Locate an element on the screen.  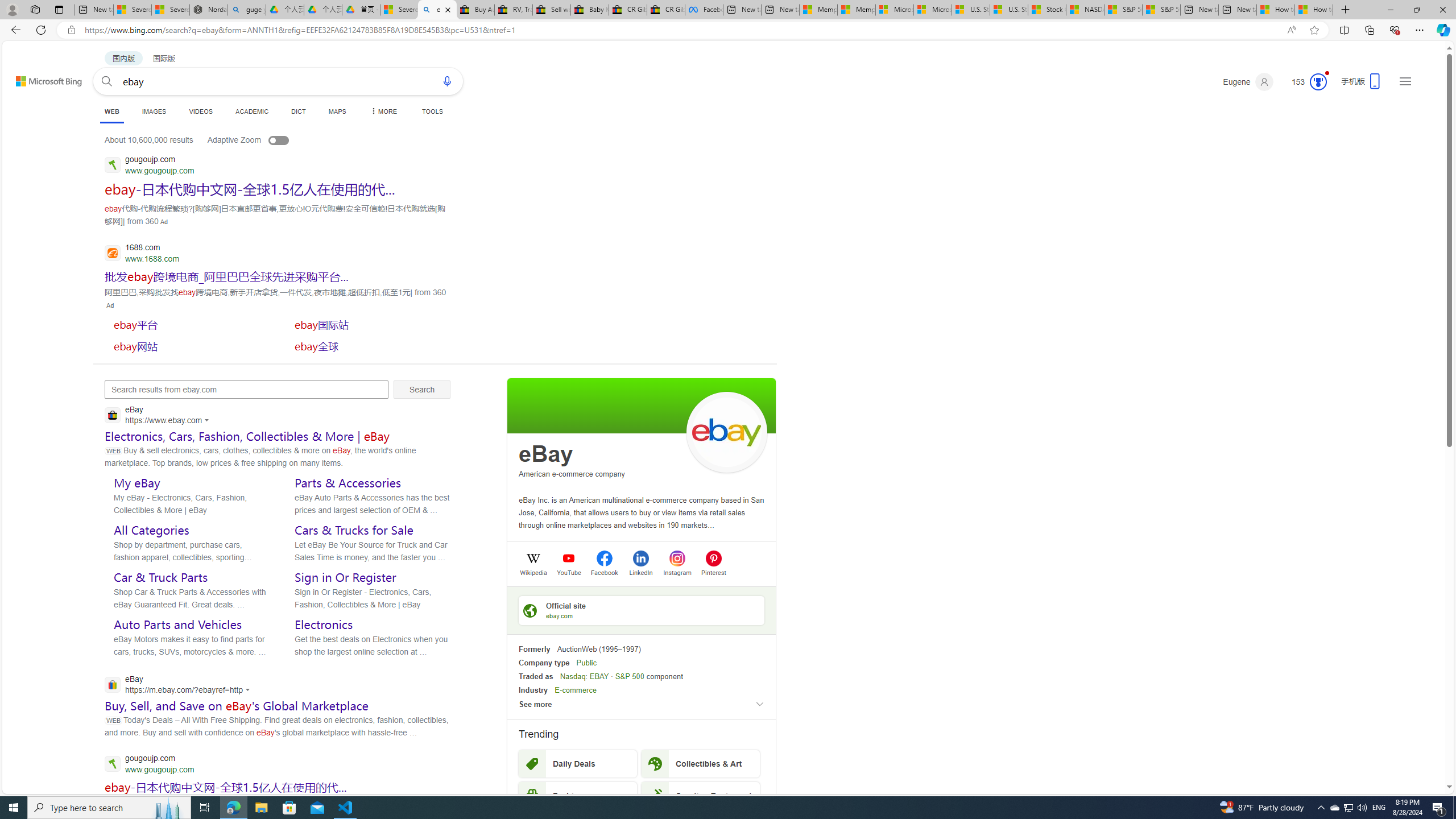
'Back to Bing search' is located at coordinates (42, 78).